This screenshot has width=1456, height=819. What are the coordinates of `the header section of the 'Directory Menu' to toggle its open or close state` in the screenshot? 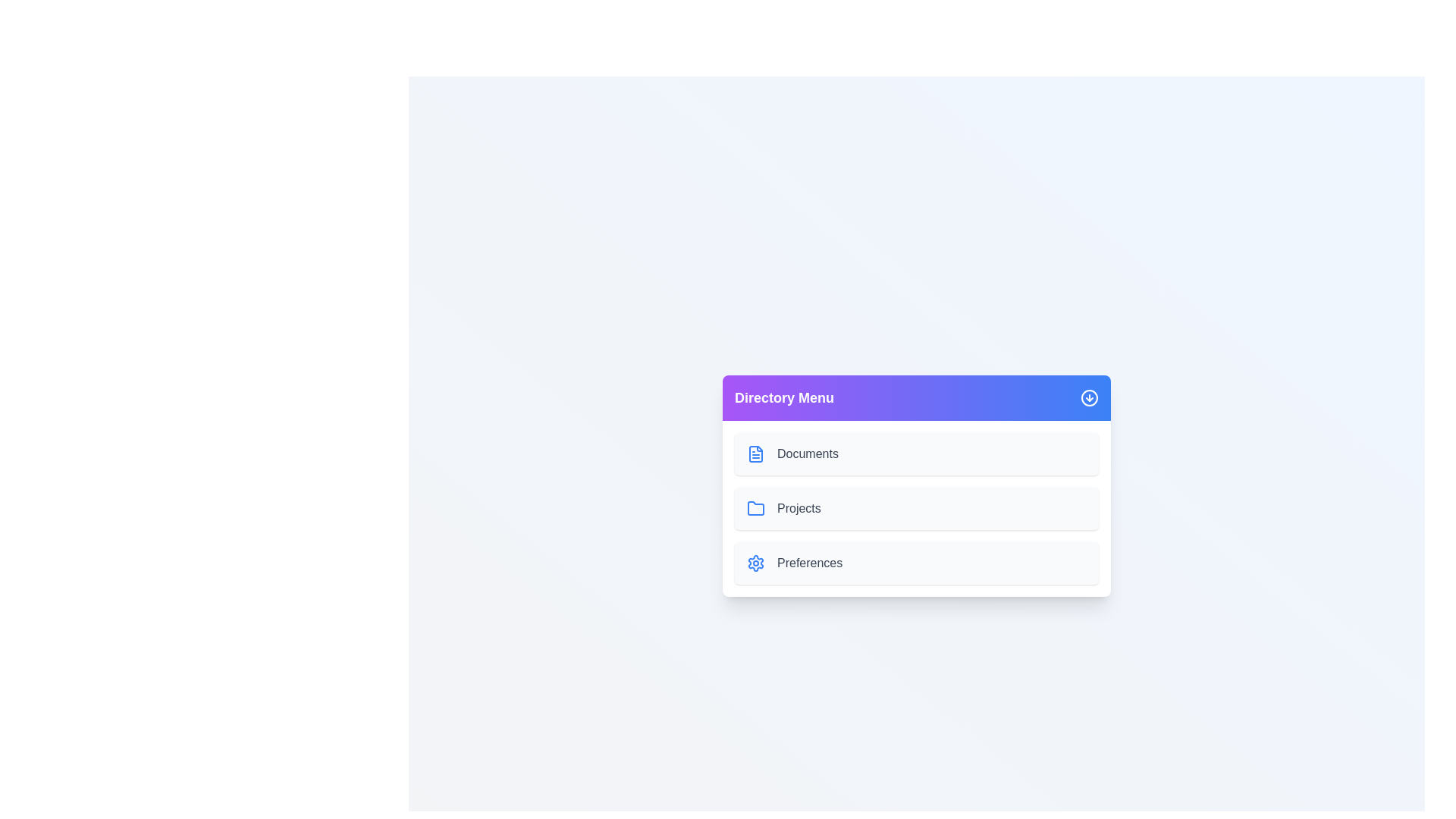 It's located at (916, 397).